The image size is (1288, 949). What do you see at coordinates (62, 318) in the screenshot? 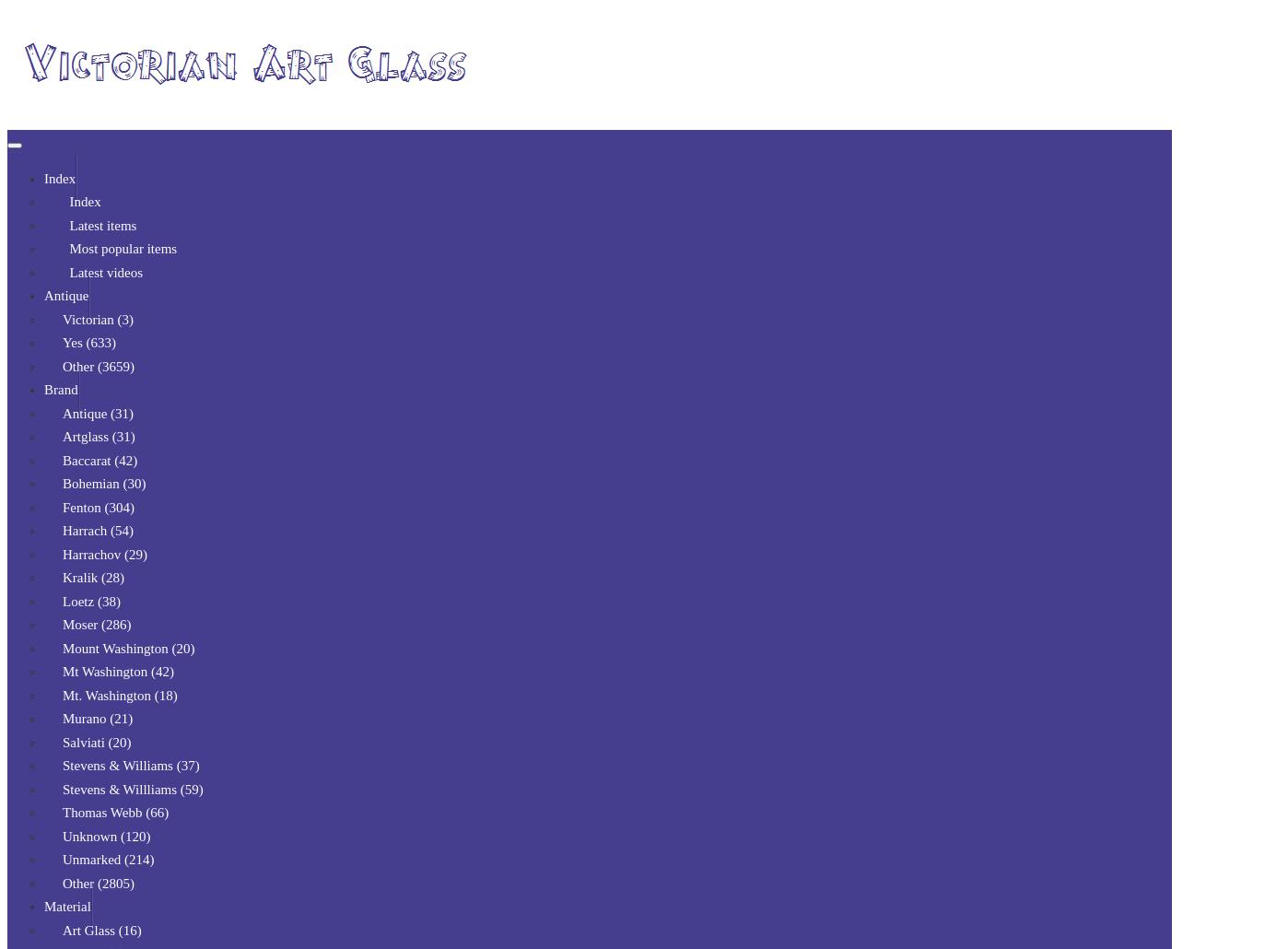
I see `'Victorian (3)'` at bounding box center [62, 318].